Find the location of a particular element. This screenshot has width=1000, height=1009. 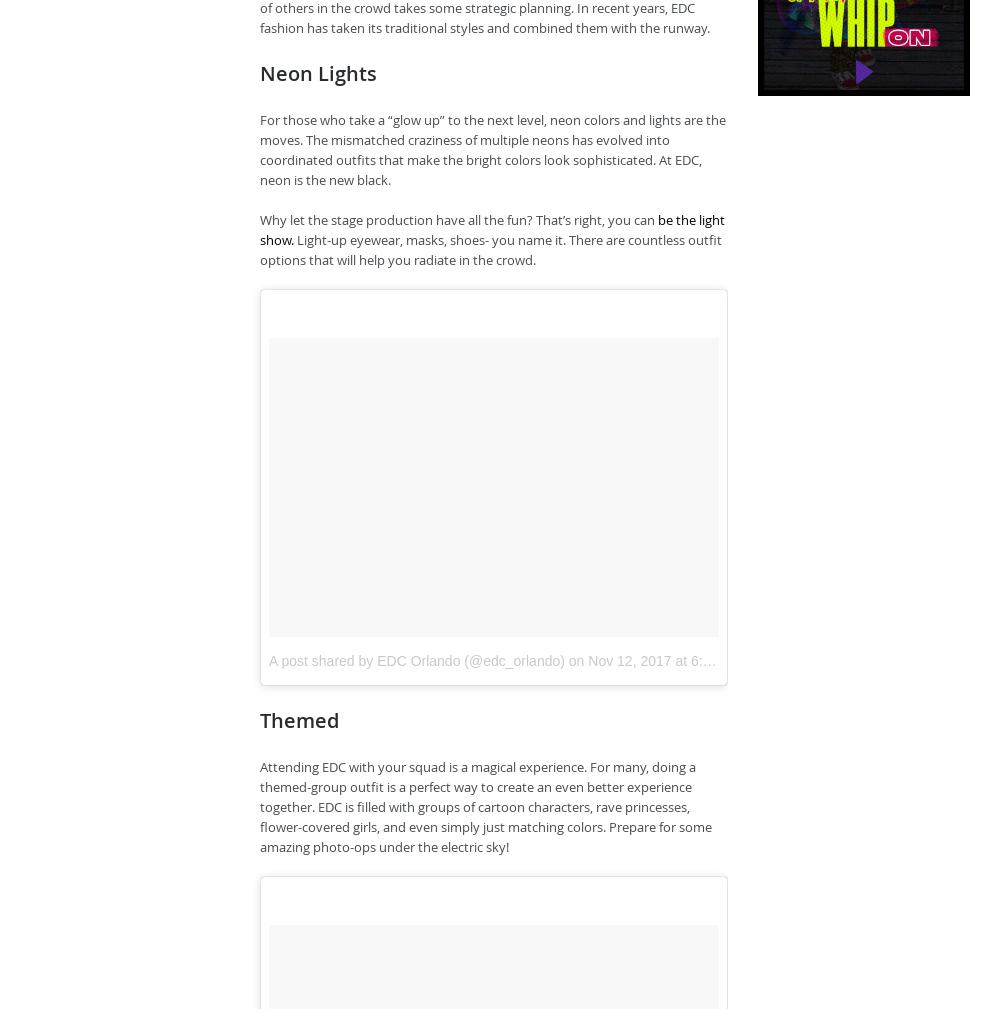

'Light-up eyewear, masks, shoes- you name it. There are countless outfit options that will help you radiate in the crowd.' is located at coordinates (260, 249).